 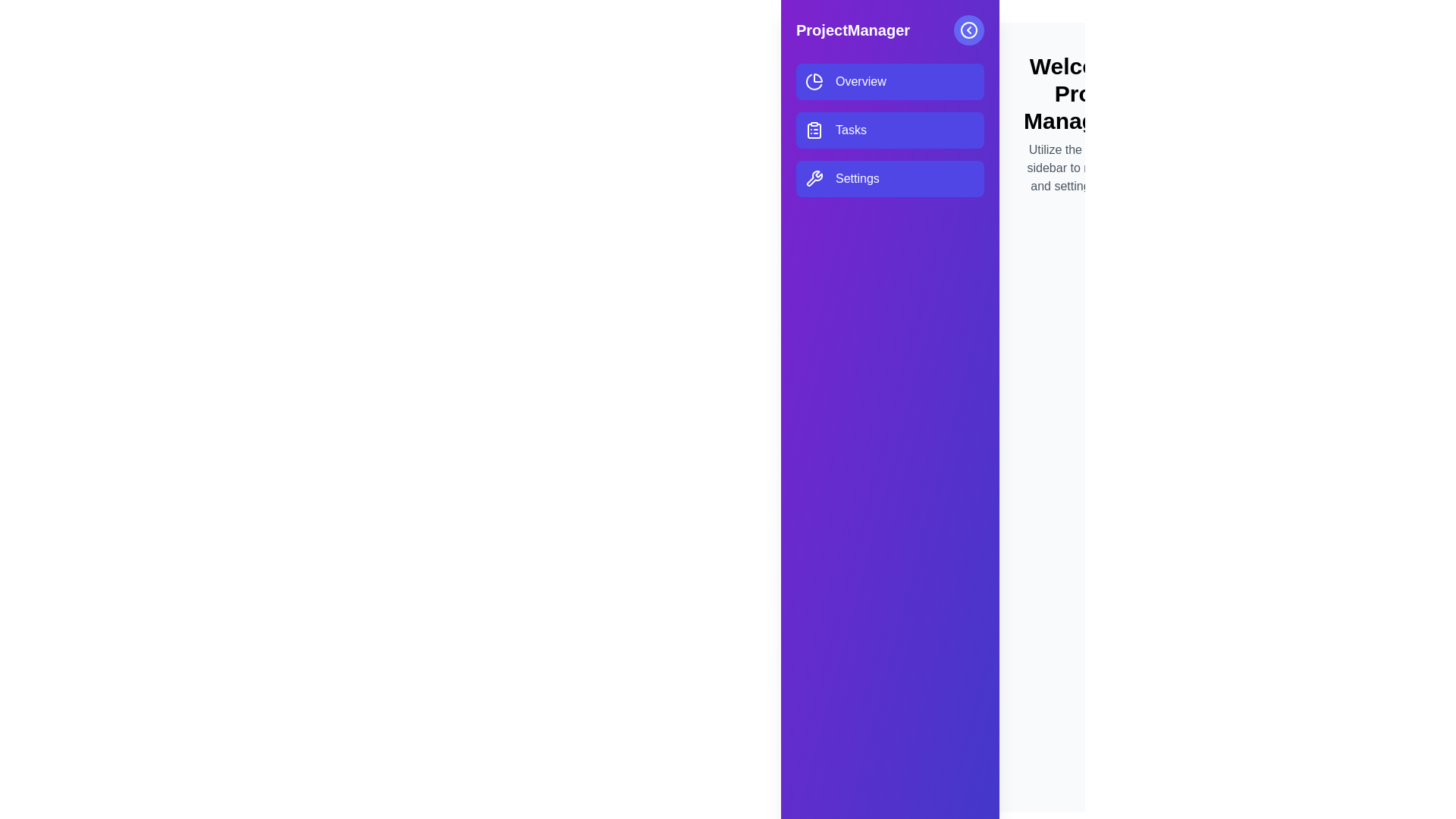 I want to click on the menu item Overview in the drawer, so click(x=890, y=82).